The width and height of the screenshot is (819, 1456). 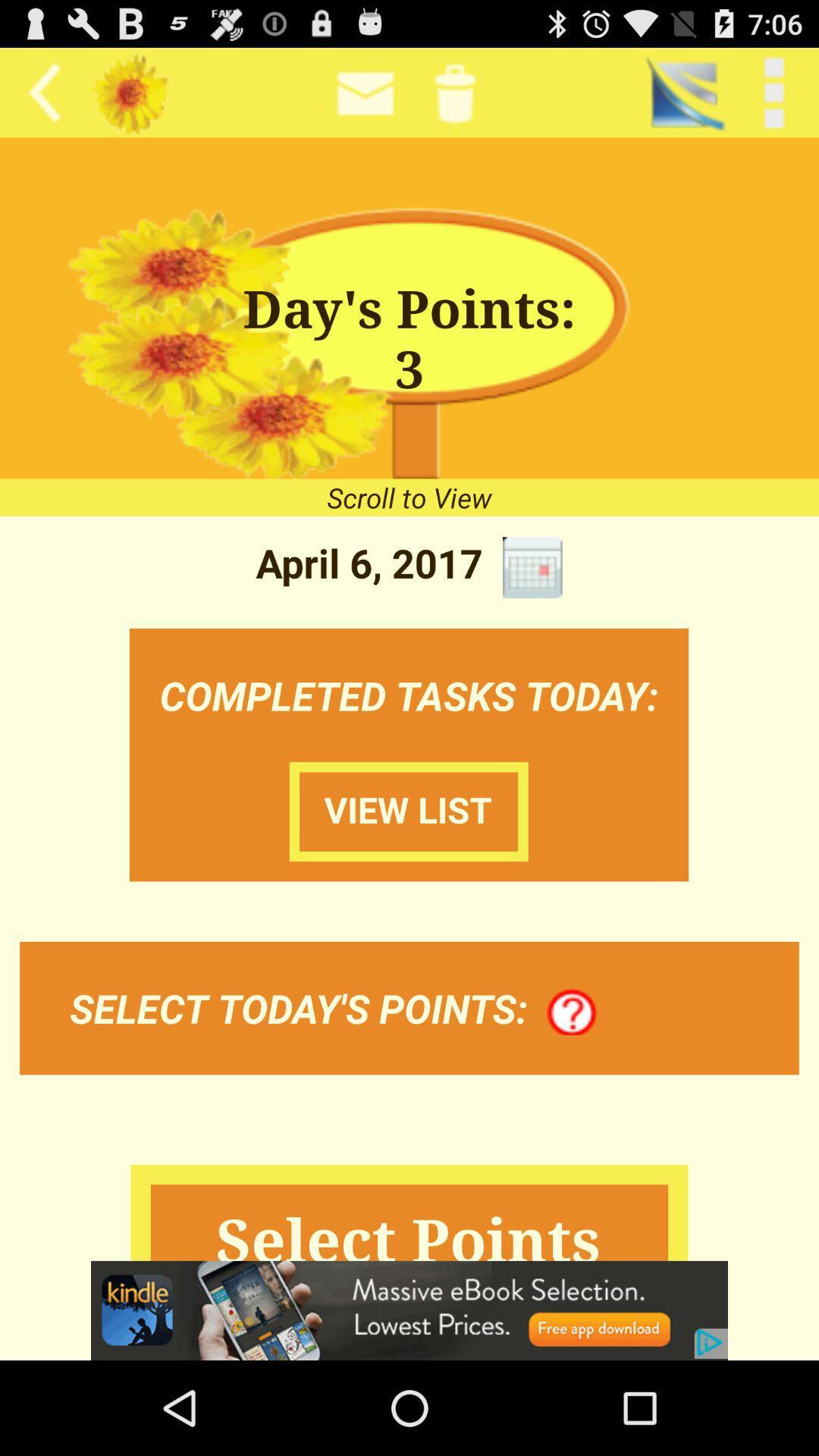 What do you see at coordinates (532, 566) in the screenshot?
I see `browse the calendar for another date` at bounding box center [532, 566].